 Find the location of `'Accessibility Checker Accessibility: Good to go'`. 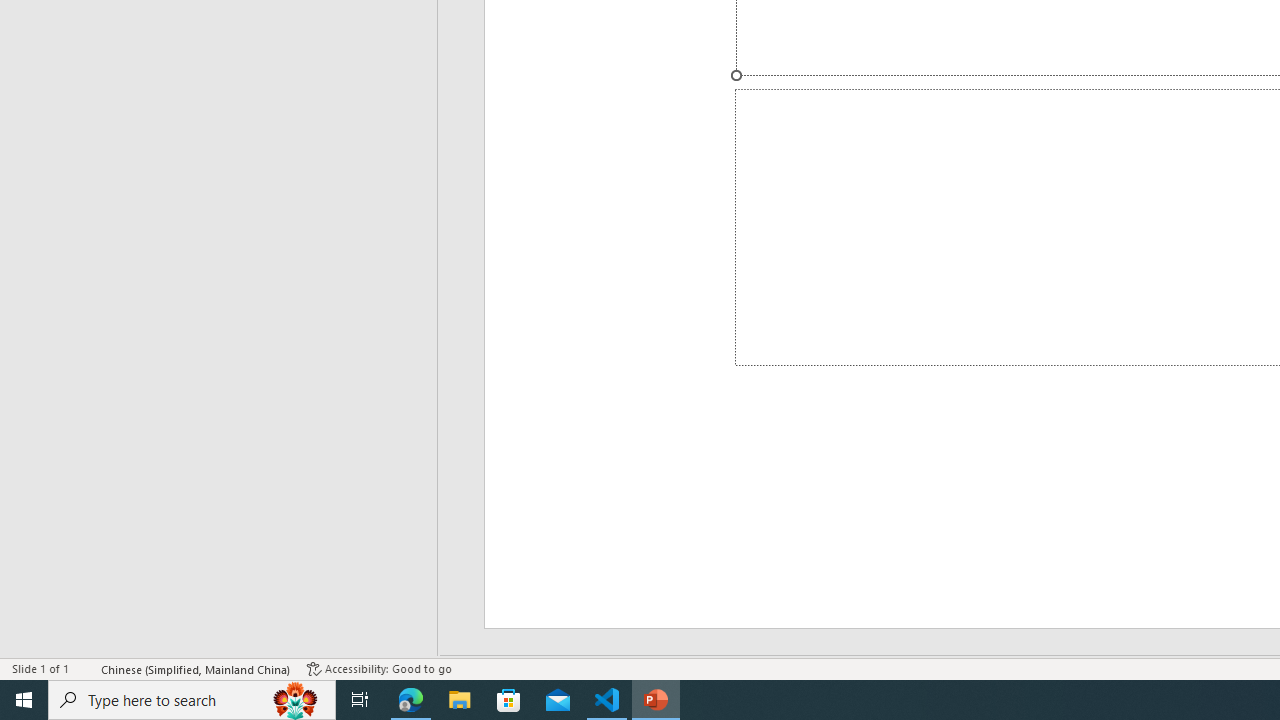

'Accessibility Checker Accessibility: Good to go' is located at coordinates (379, 669).